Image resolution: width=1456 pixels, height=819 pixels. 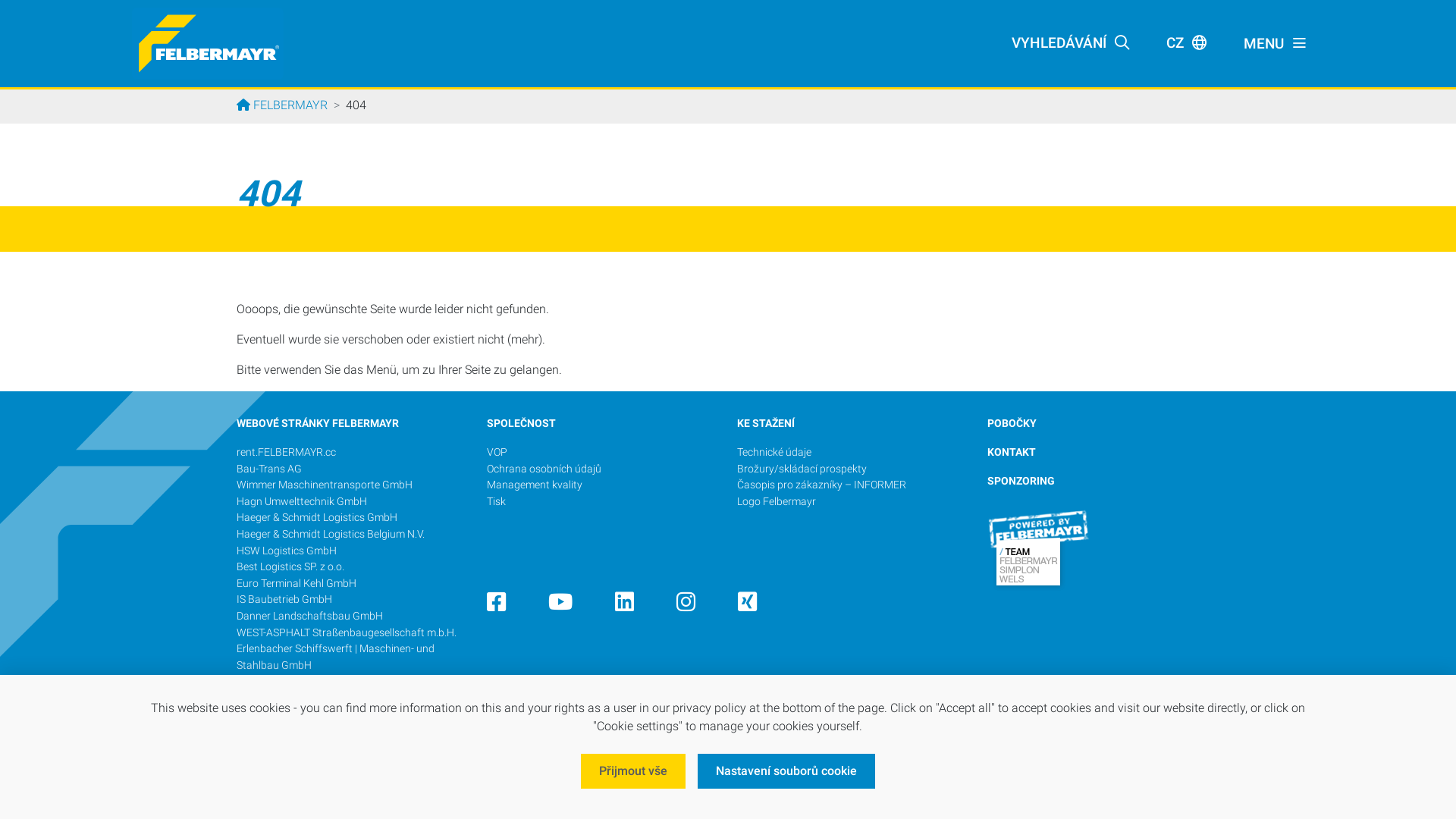 What do you see at coordinates (284, 598) in the screenshot?
I see `'IS Baubetrieb GmbH'` at bounding box center [284, 598].